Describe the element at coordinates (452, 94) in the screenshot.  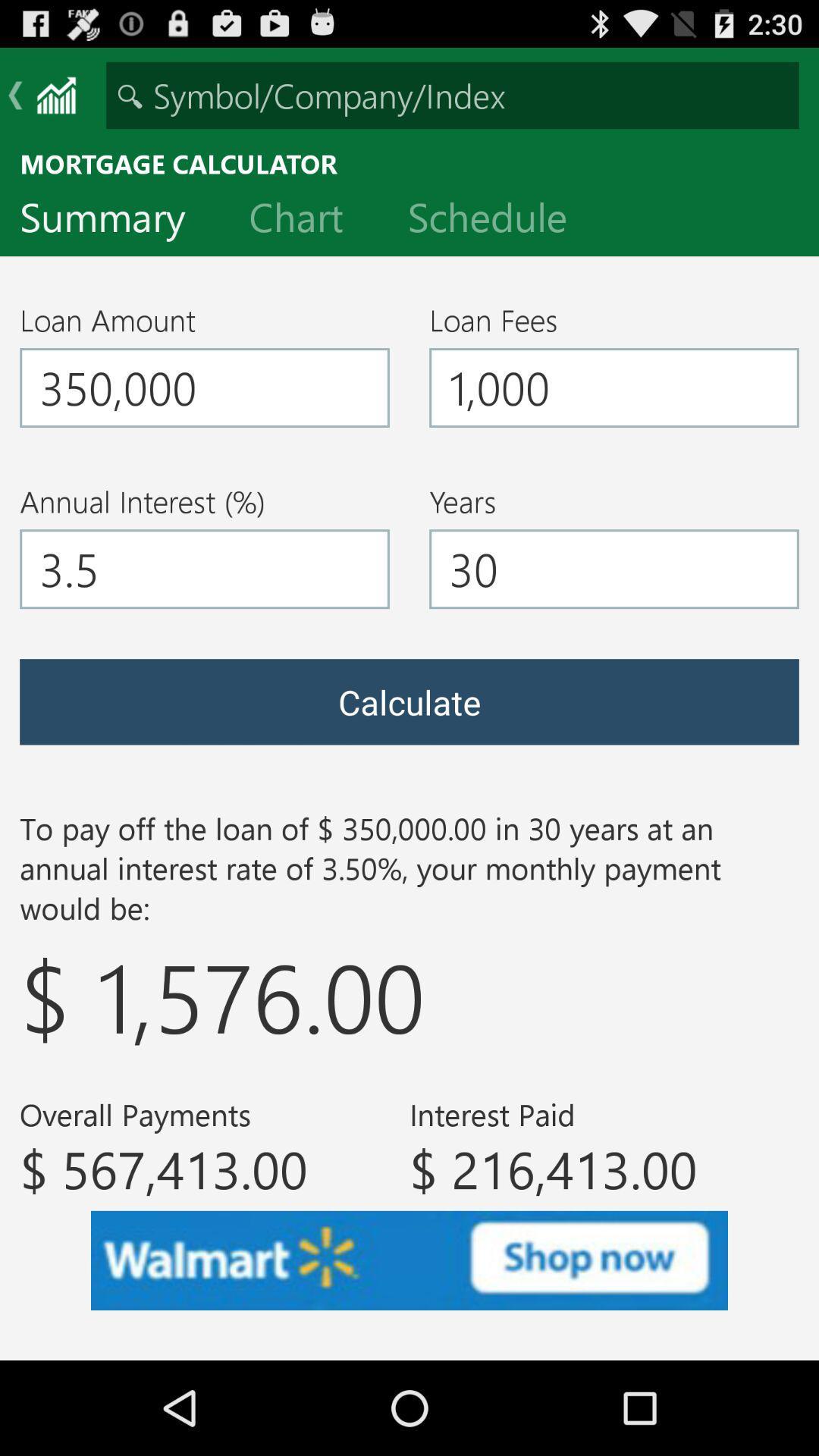
I see `in-app search bar` at that location.